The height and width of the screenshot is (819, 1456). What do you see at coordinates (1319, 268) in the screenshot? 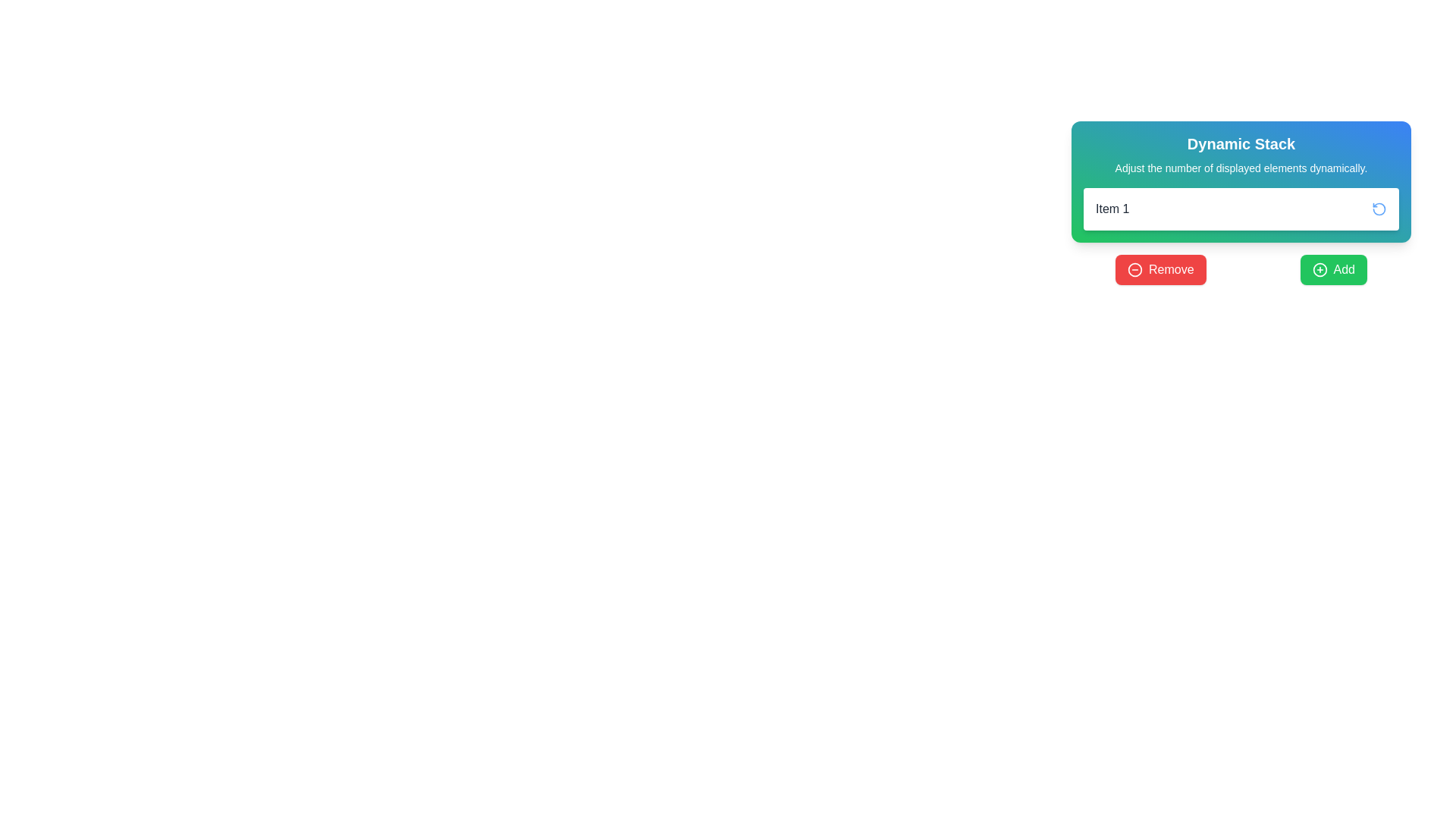
I see `the circular plus icon within the green 'Add' button located on the lower-right side of the interface under the Dynamic Stack heading` at bounding box center [1319, 268].